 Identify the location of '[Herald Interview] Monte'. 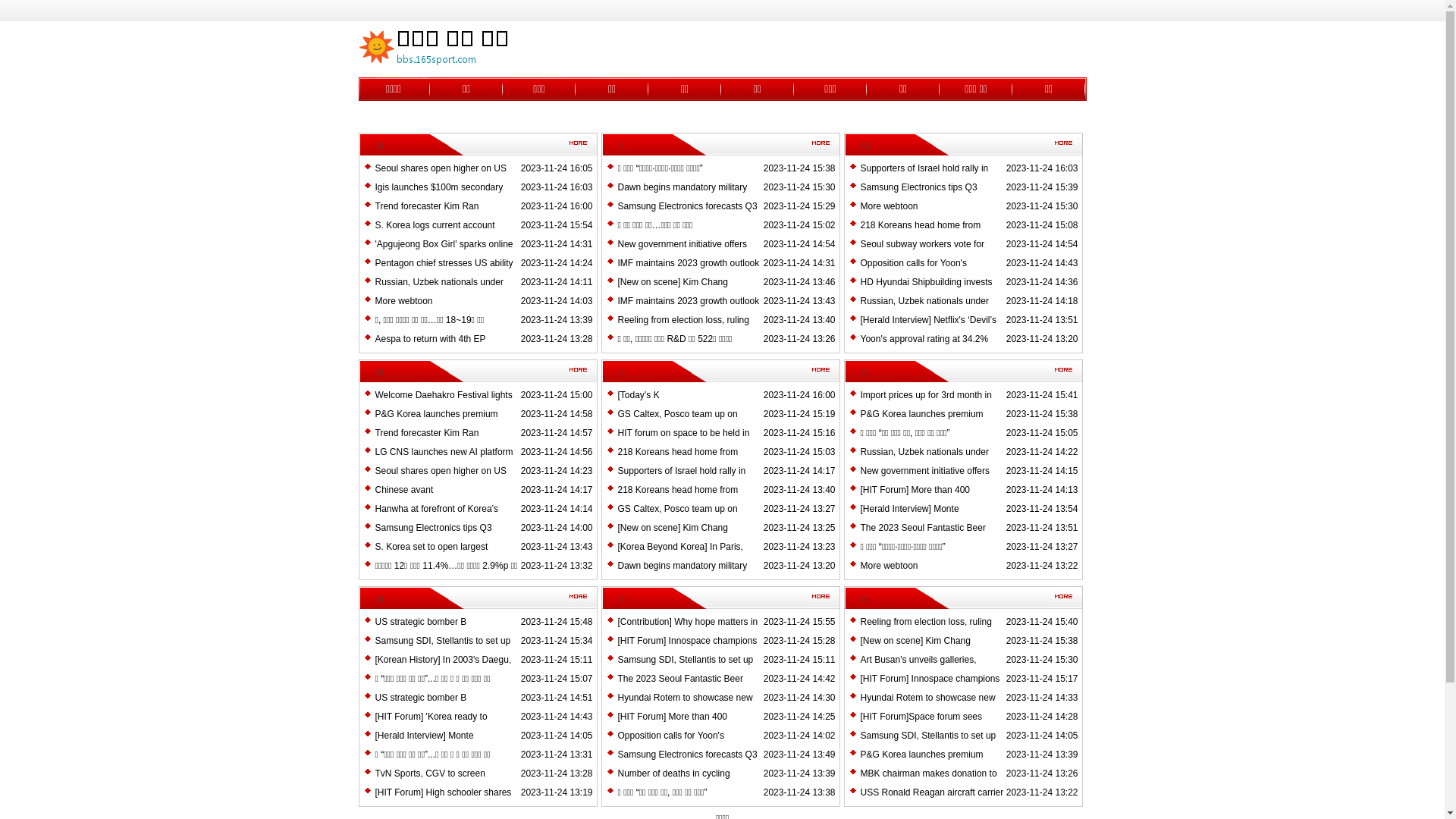
(859, 509).